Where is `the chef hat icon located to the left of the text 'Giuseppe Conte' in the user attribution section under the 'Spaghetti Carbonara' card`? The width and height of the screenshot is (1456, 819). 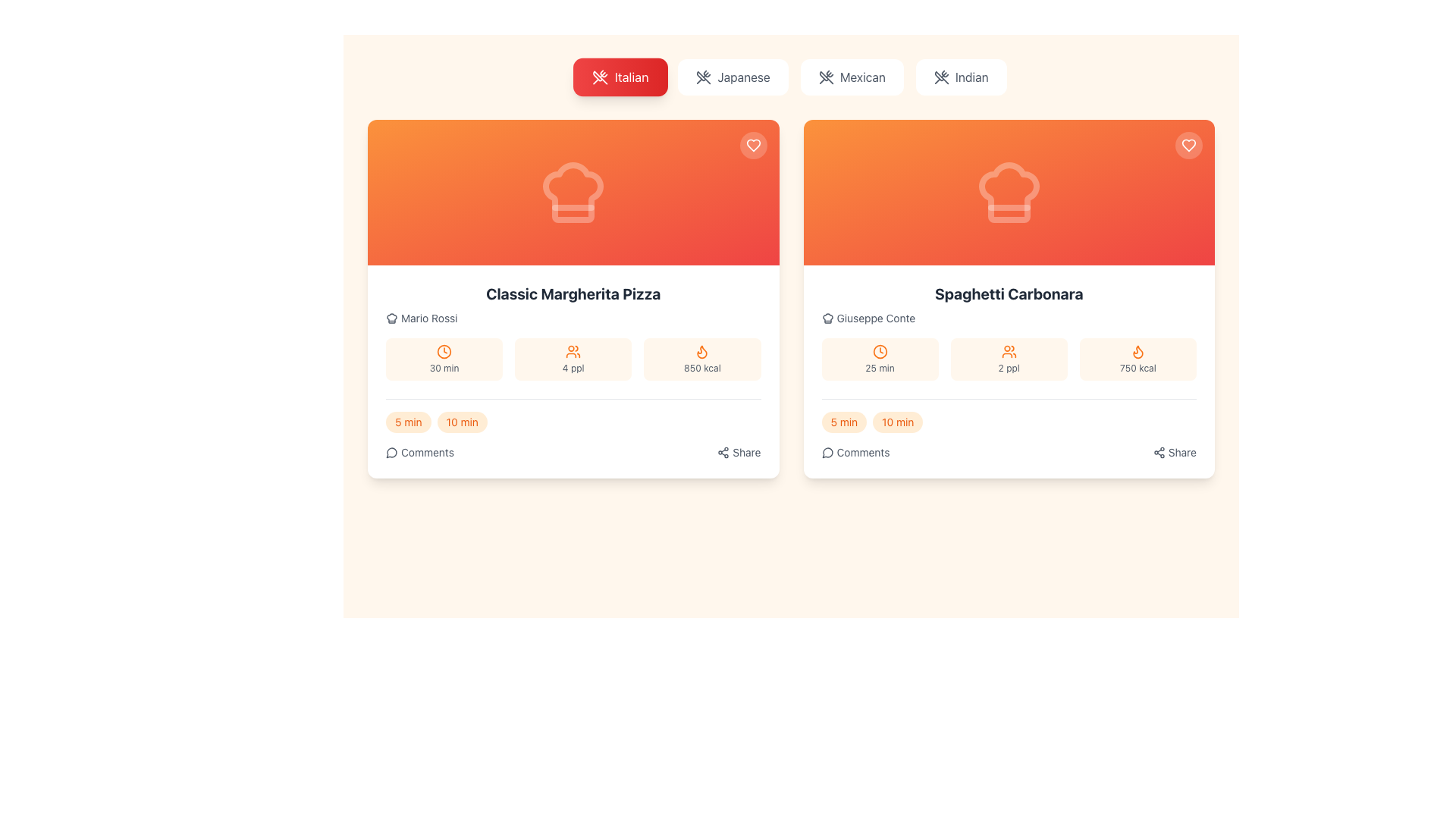
the chef hat icon located to the left of the text 'Giuseppe Conte' in the user attribution section under the 'Spaghetti Carbonara' card is located at coordinates (827, 318).